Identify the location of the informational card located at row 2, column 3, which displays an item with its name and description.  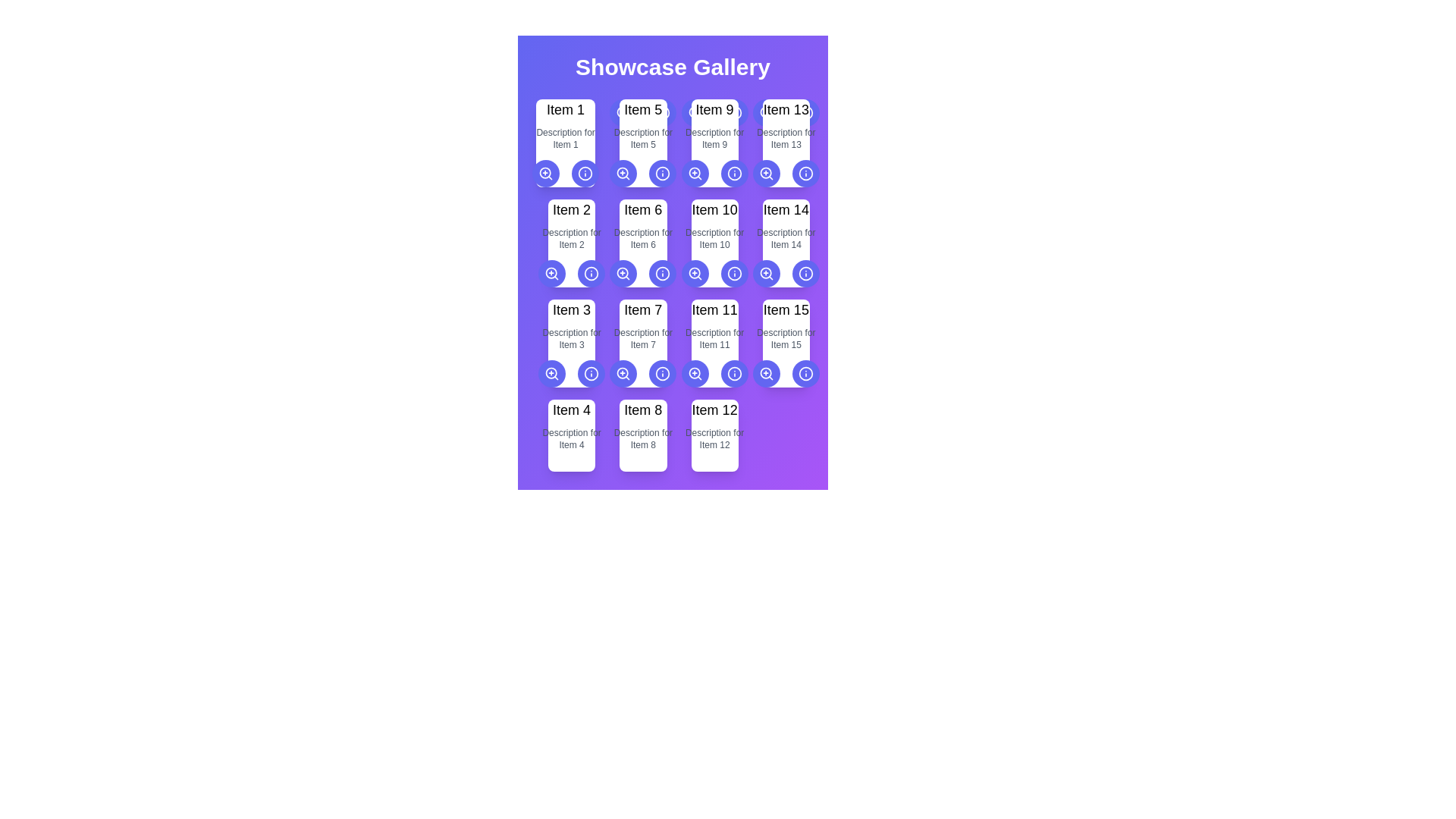
(714, 242).